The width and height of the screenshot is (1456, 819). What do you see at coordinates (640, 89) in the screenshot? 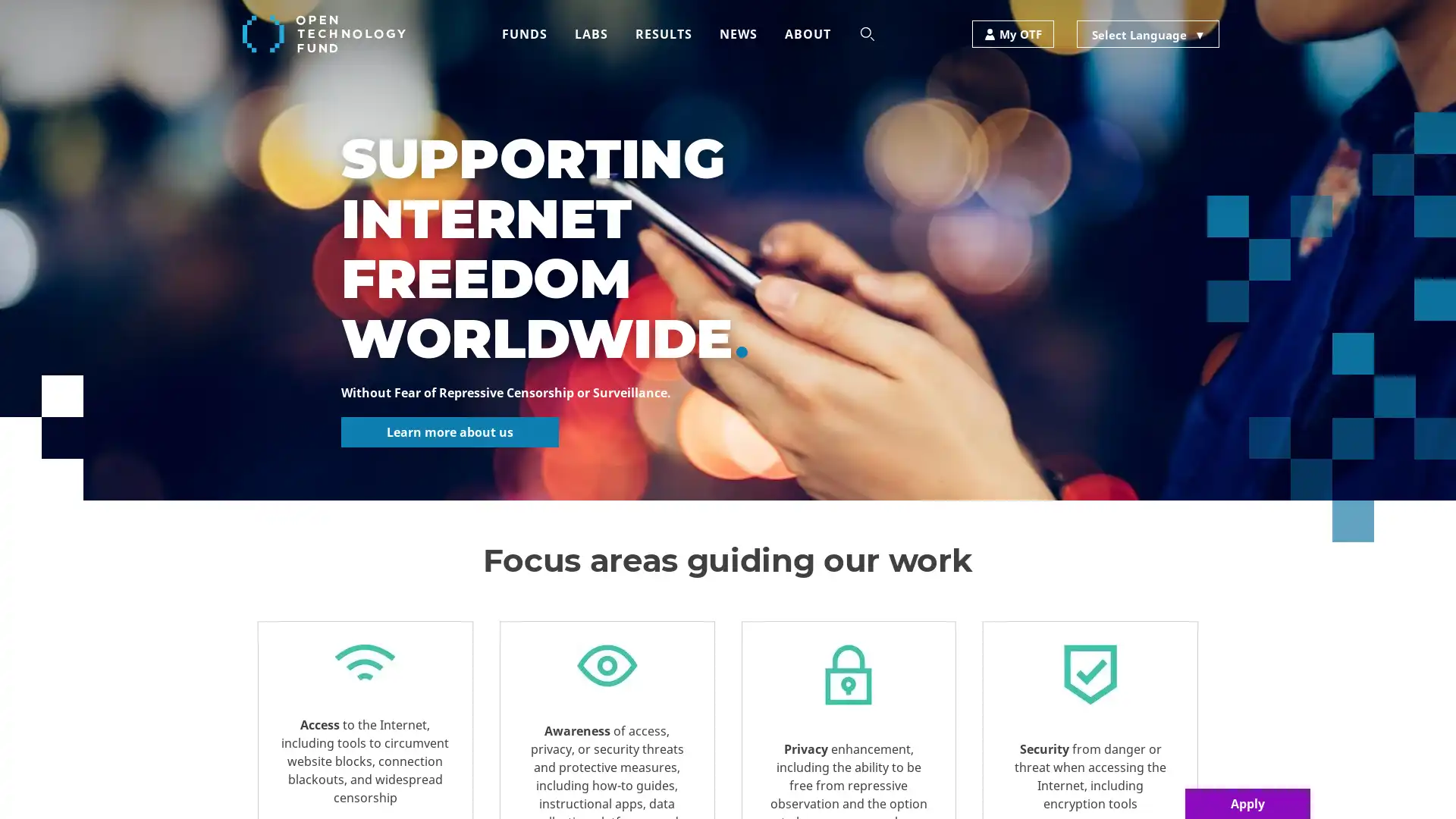
I see `Search` at bounding box center [640, 89].